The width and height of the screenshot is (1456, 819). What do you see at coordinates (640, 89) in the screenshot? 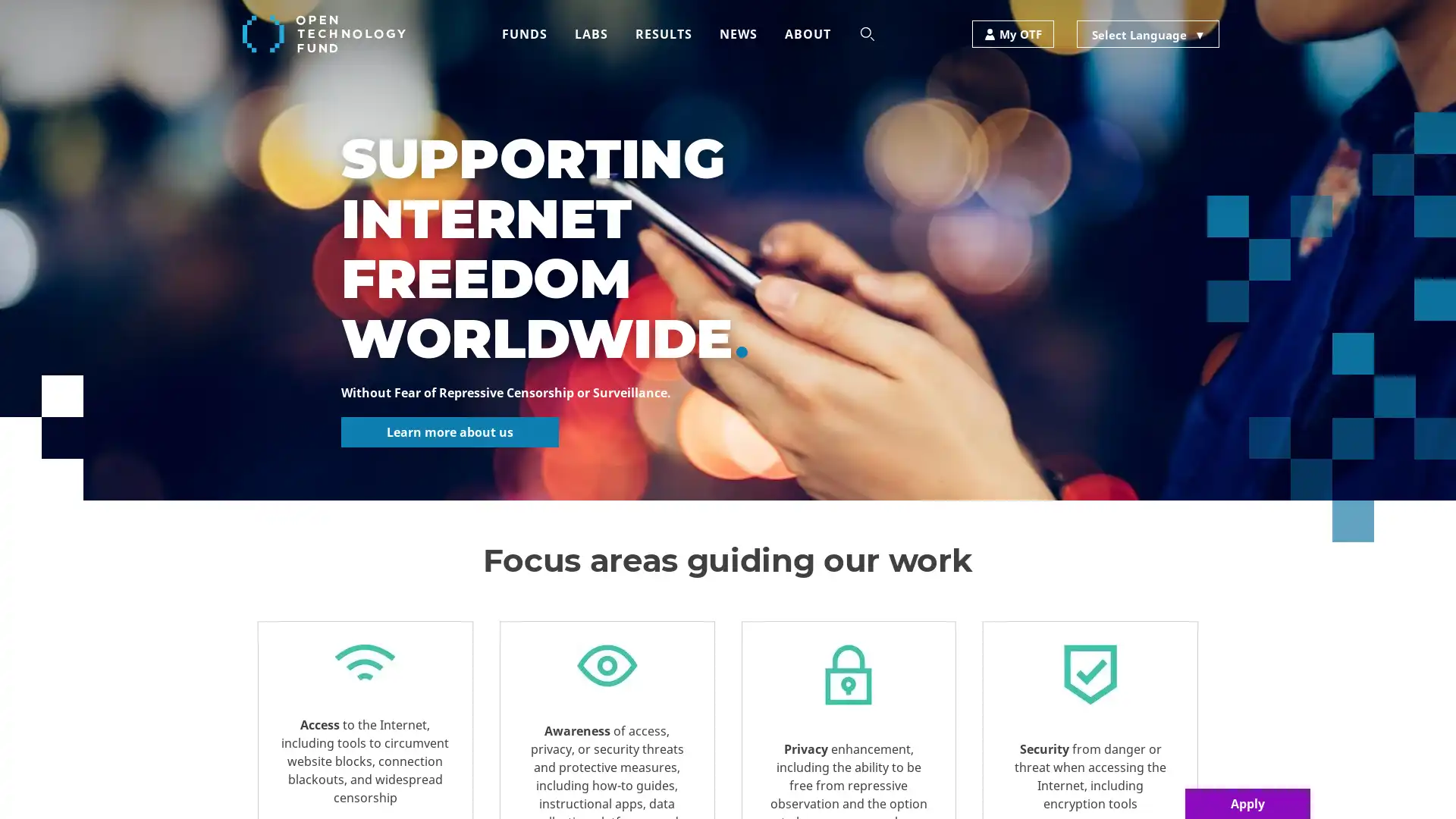
I see `Search` at bounding box center [640, 89].